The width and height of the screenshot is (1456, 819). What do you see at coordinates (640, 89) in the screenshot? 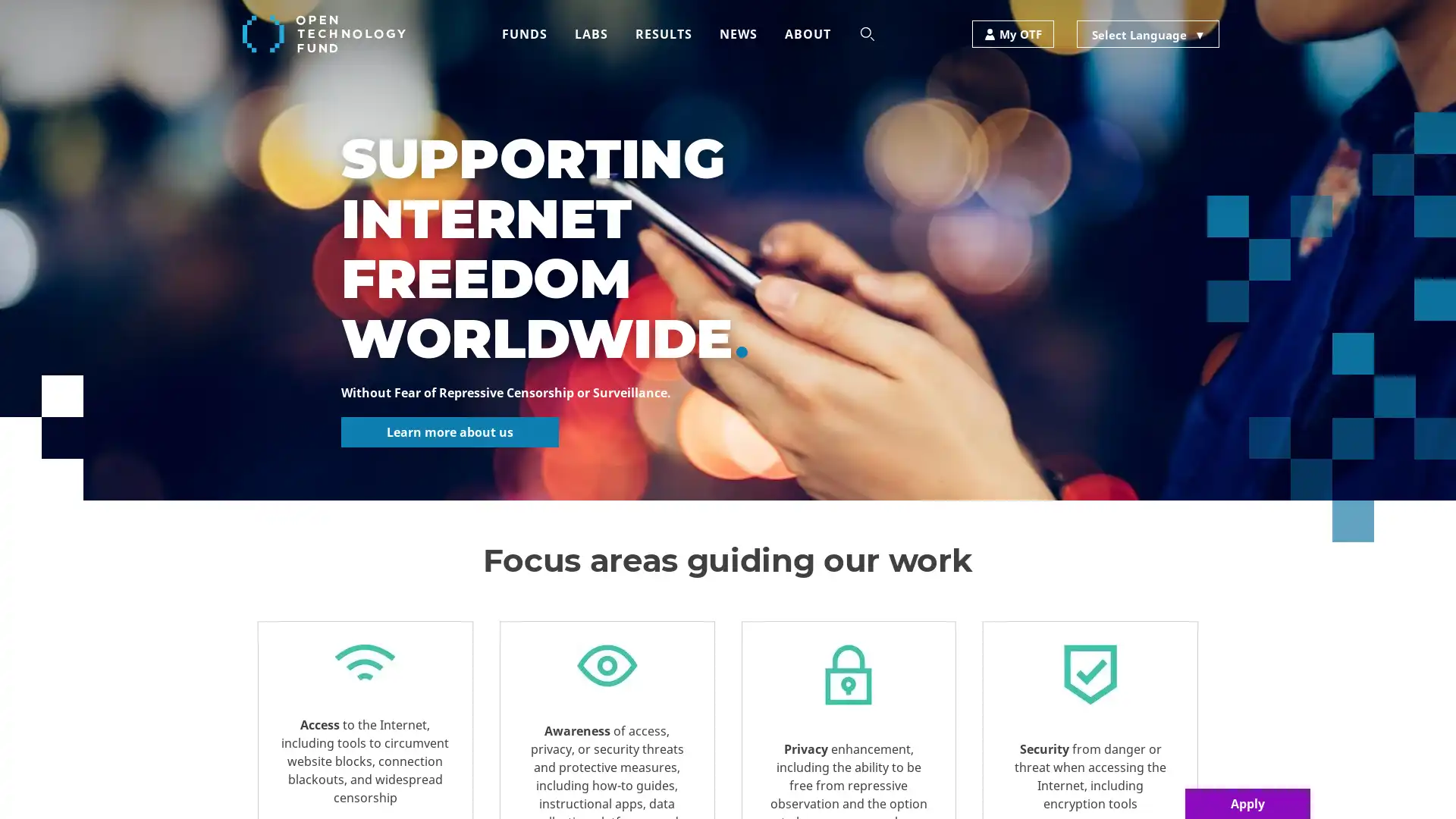
I see `Search` at bounding box center [640, 89].